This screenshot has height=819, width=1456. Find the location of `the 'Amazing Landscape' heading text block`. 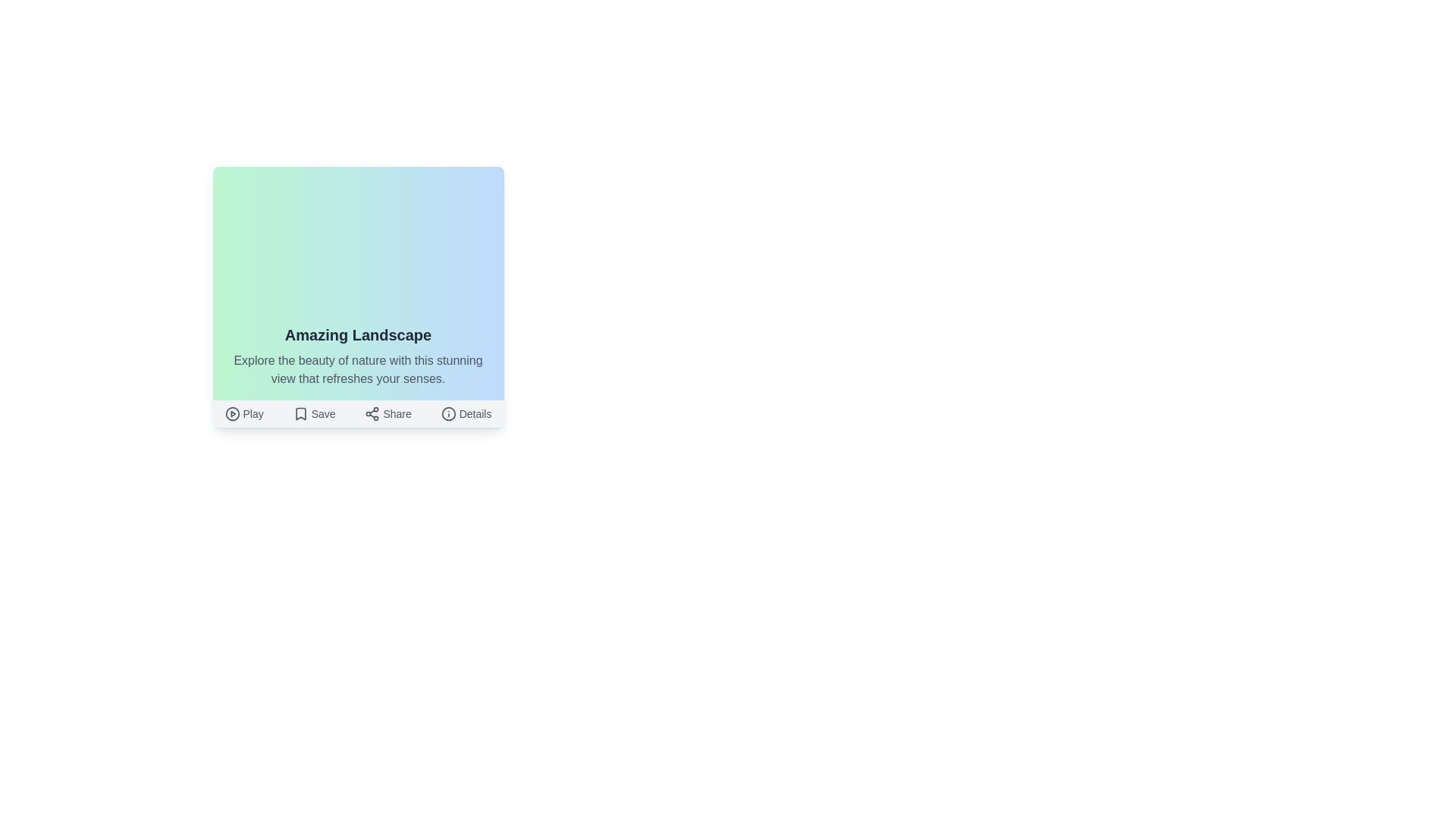

the 'Amazing Landscape' heading text block is located at coordinates (357, 334).